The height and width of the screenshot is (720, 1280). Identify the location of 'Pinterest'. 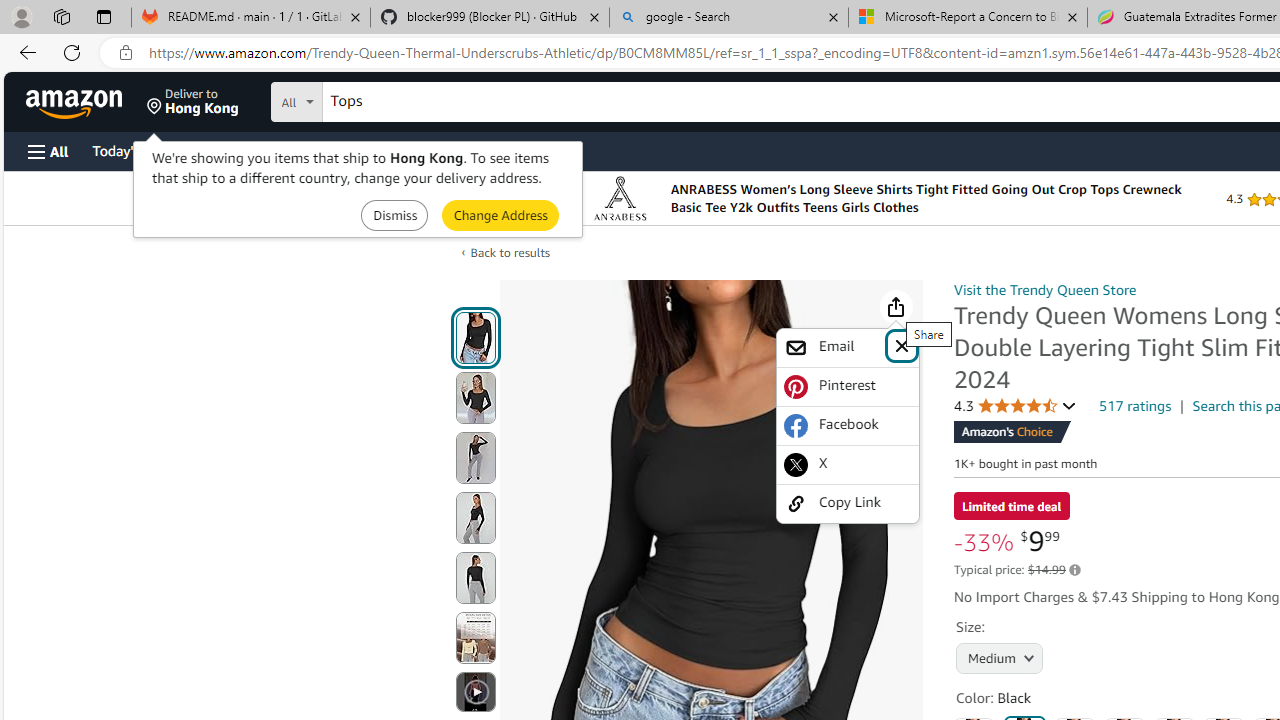
(848, 387).